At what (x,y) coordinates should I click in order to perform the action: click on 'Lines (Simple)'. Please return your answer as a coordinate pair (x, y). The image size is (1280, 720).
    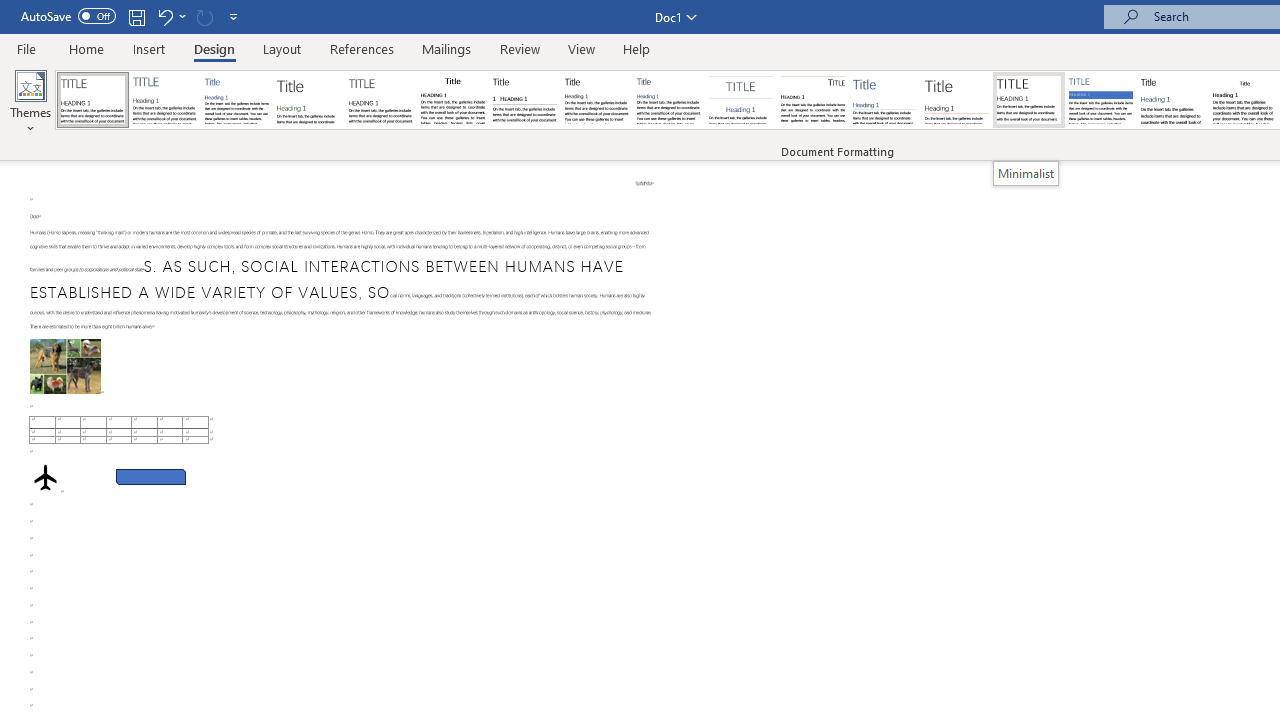
    Looking at the image, I should click on (884, 100).